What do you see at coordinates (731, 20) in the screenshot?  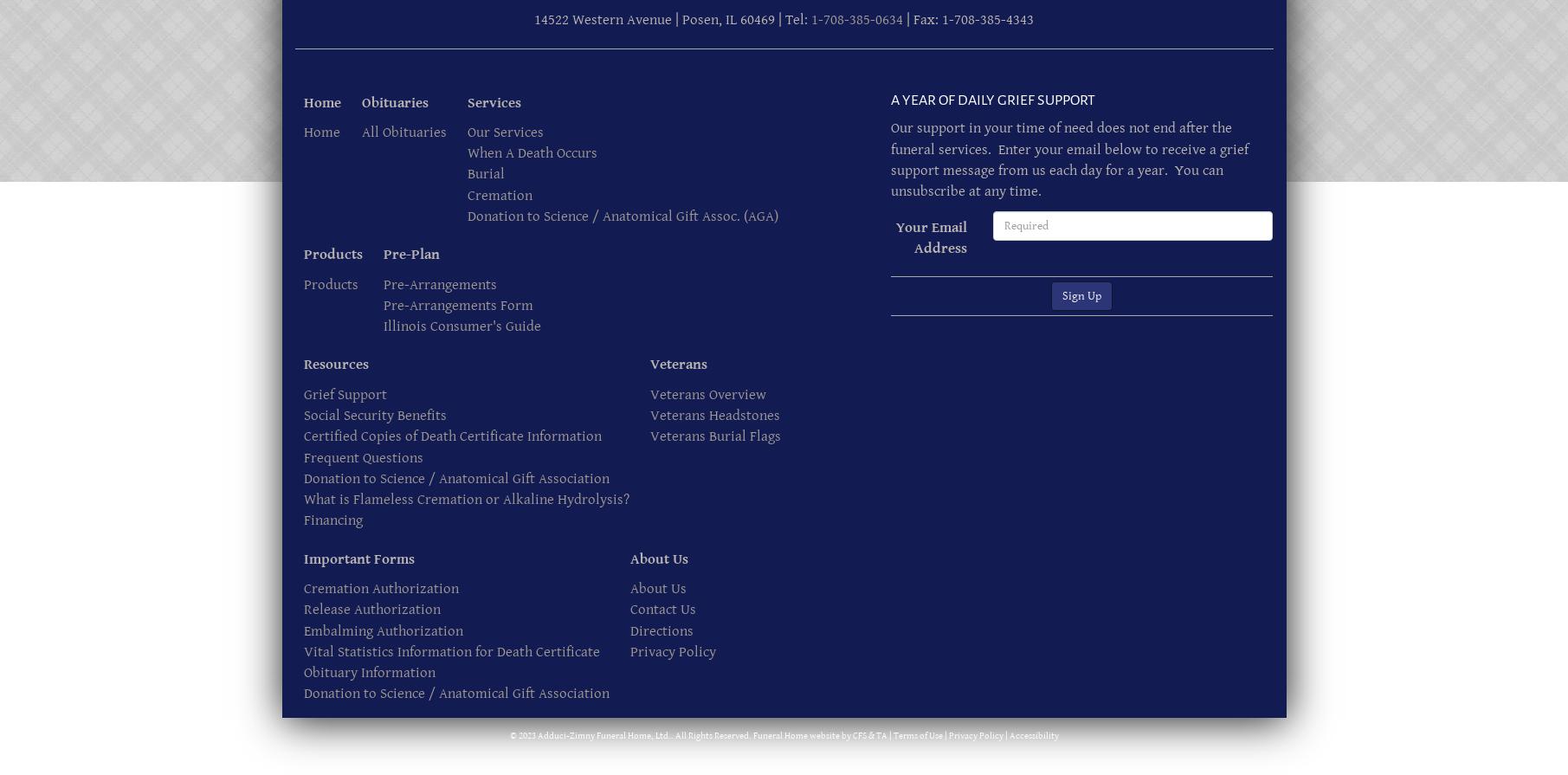 I see `'IL'` at bounding box center [731, 20].